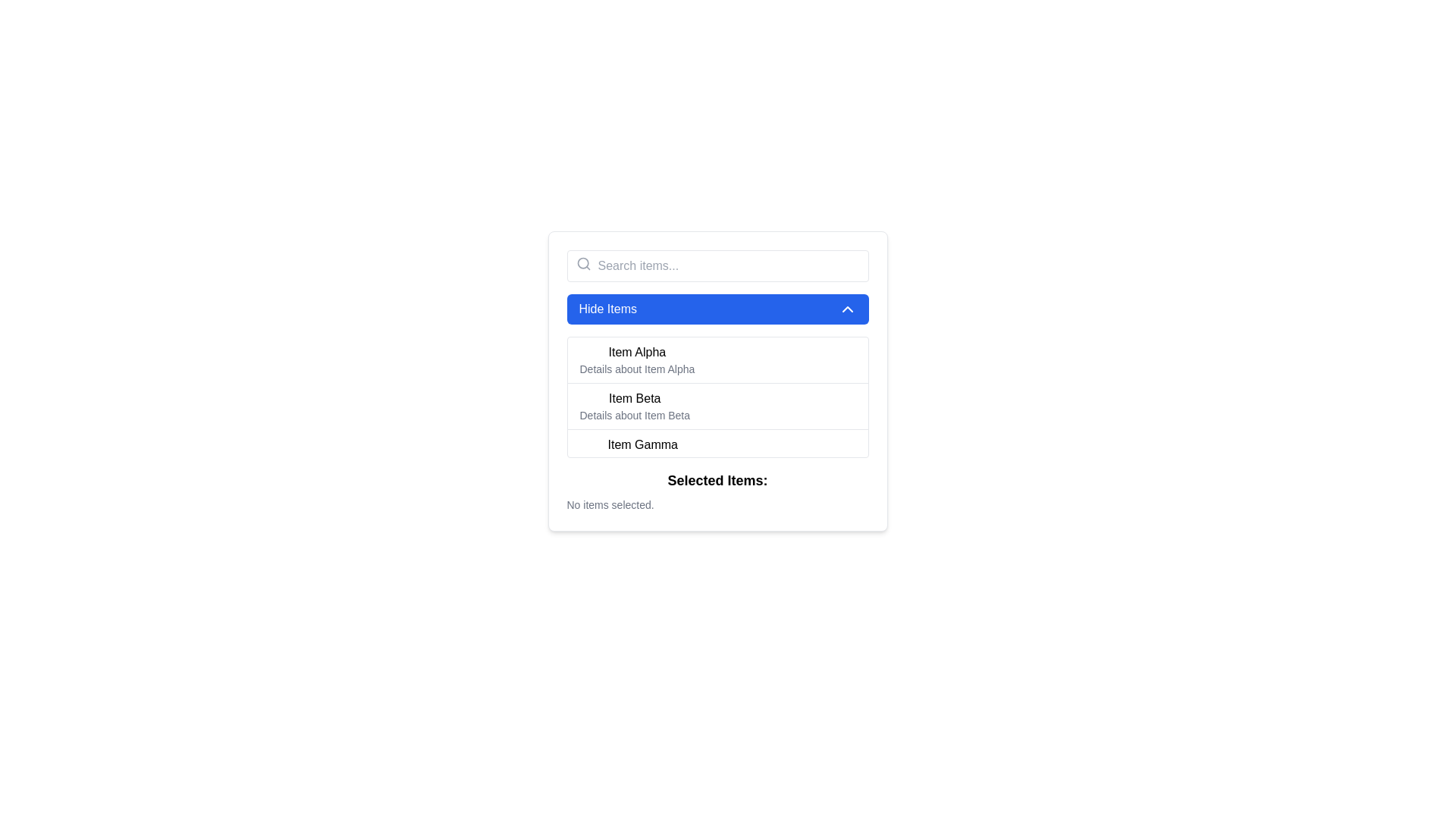 The image size is (1456, 819). What do you see at coordinates (582, 262) in the screenshot?
I see `the small magnifying glass icon, which is styled with a circular outline and positioned inside the left area of the search bar` at bounding box center [582, 262].